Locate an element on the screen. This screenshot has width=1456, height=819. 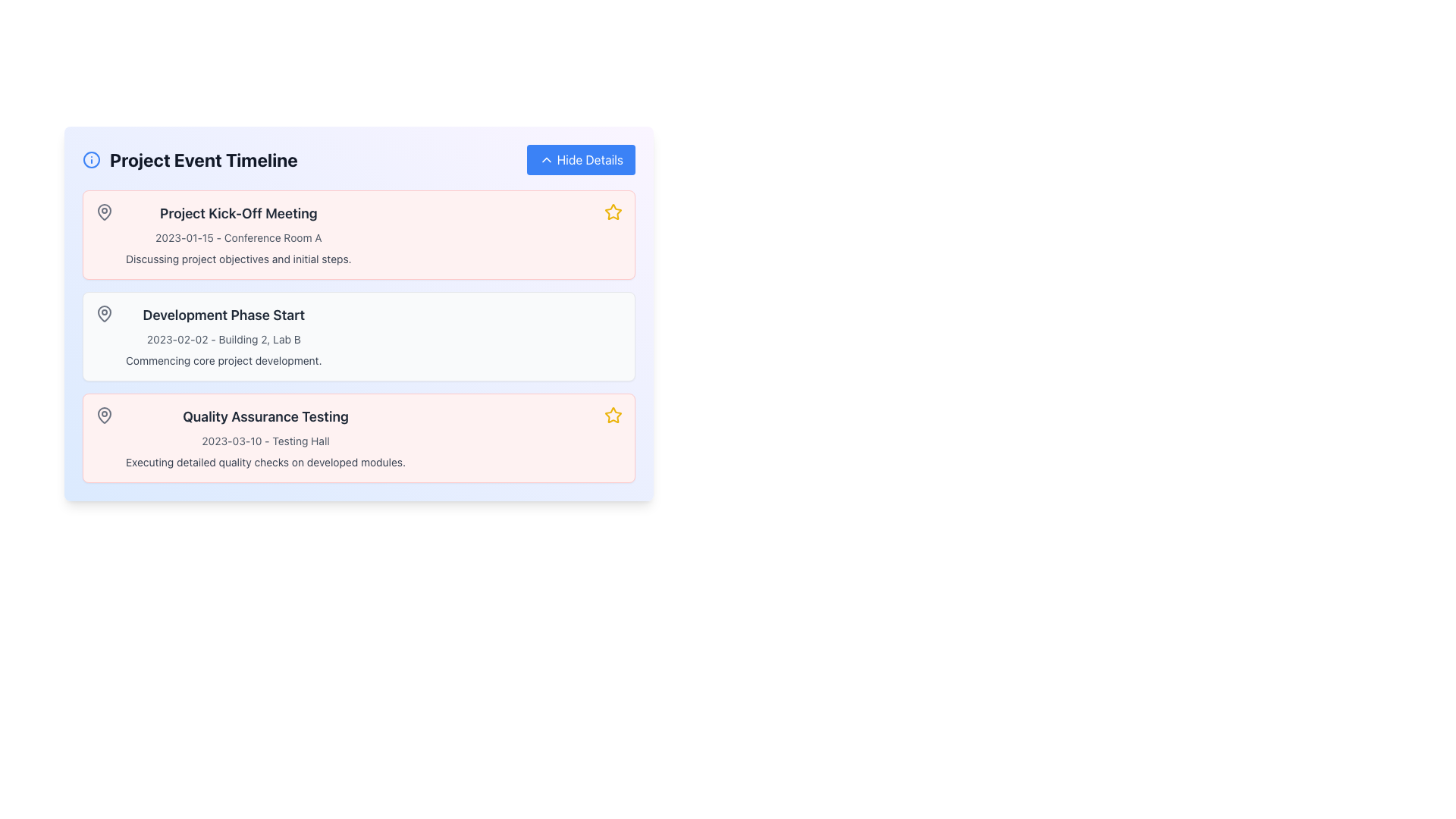
the second card element in the 'Project Event Timeline' section that provides detailed information about a specific project phase, positioned between 'Project Kick-Off Meeting' and 'Quality Assurance Testing' is located at coordinates (358, 335).